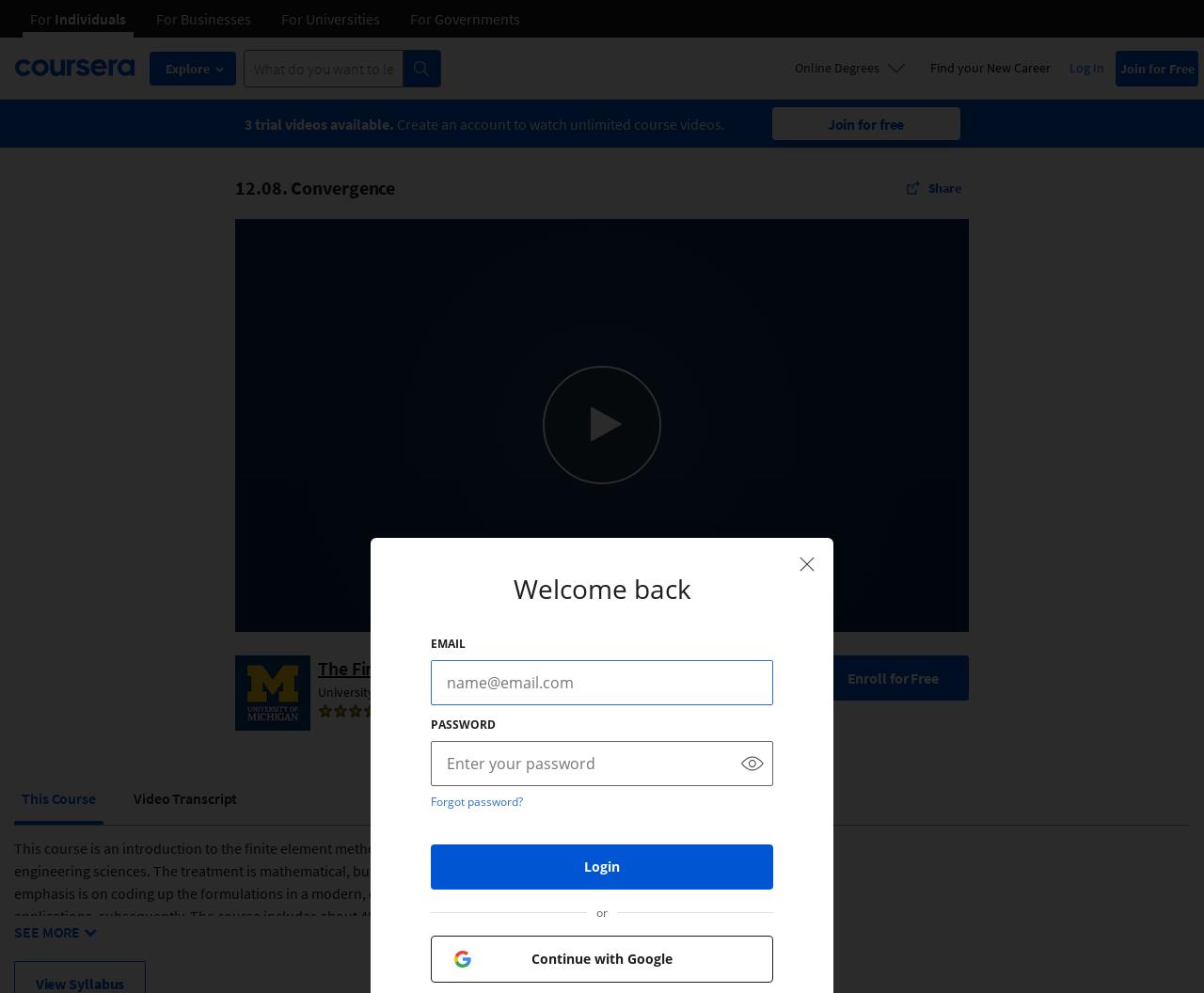  What do you see at coordinates (891, 676) in the screenshot?
I see `'Enroll for Free'` at bounding box center [891, 676].